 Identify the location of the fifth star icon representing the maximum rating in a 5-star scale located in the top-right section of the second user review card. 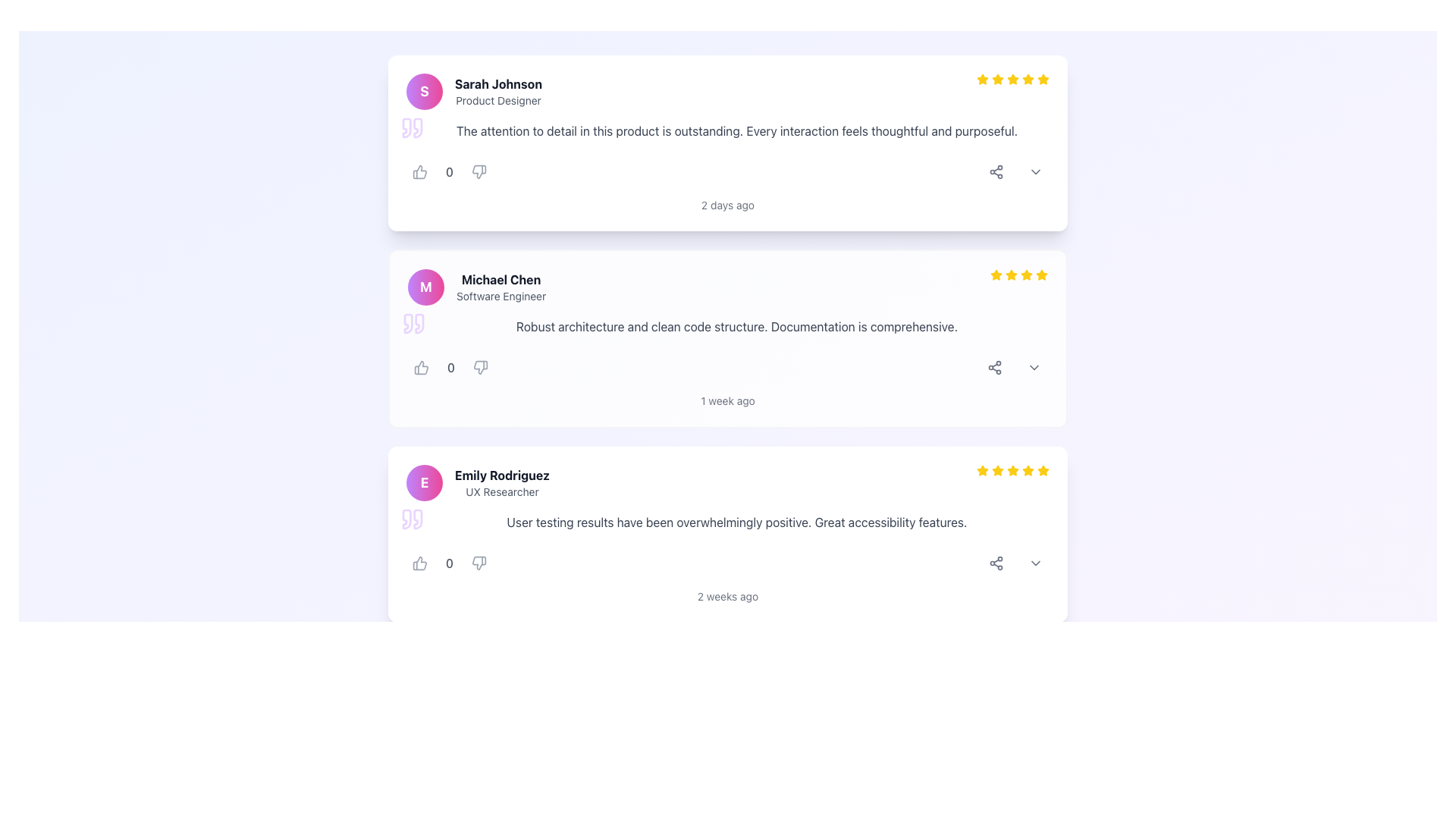
(1040, 275).